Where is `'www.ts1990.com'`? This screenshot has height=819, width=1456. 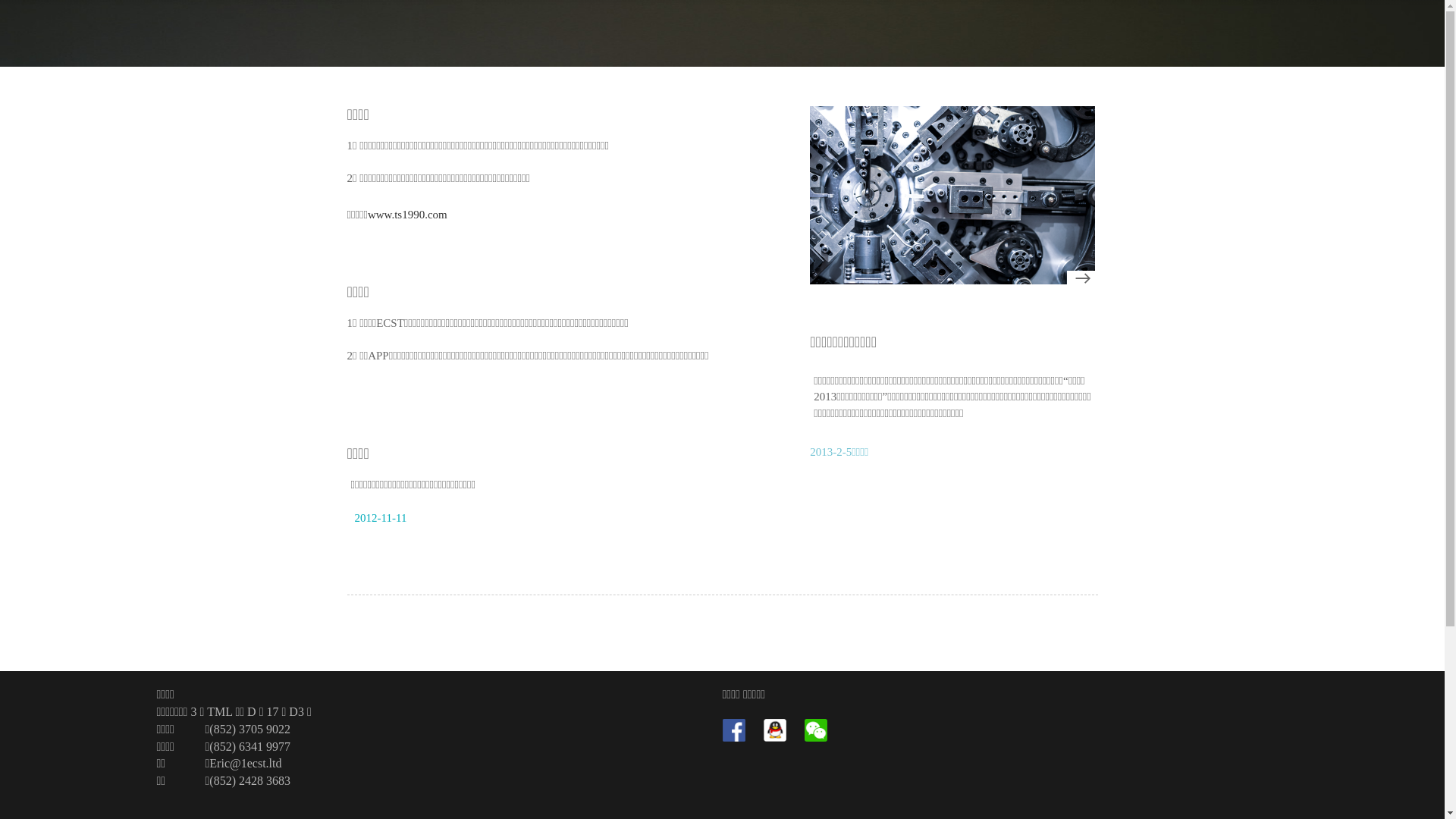
'www.ts1990.com' is located at coordinates (407, 214).